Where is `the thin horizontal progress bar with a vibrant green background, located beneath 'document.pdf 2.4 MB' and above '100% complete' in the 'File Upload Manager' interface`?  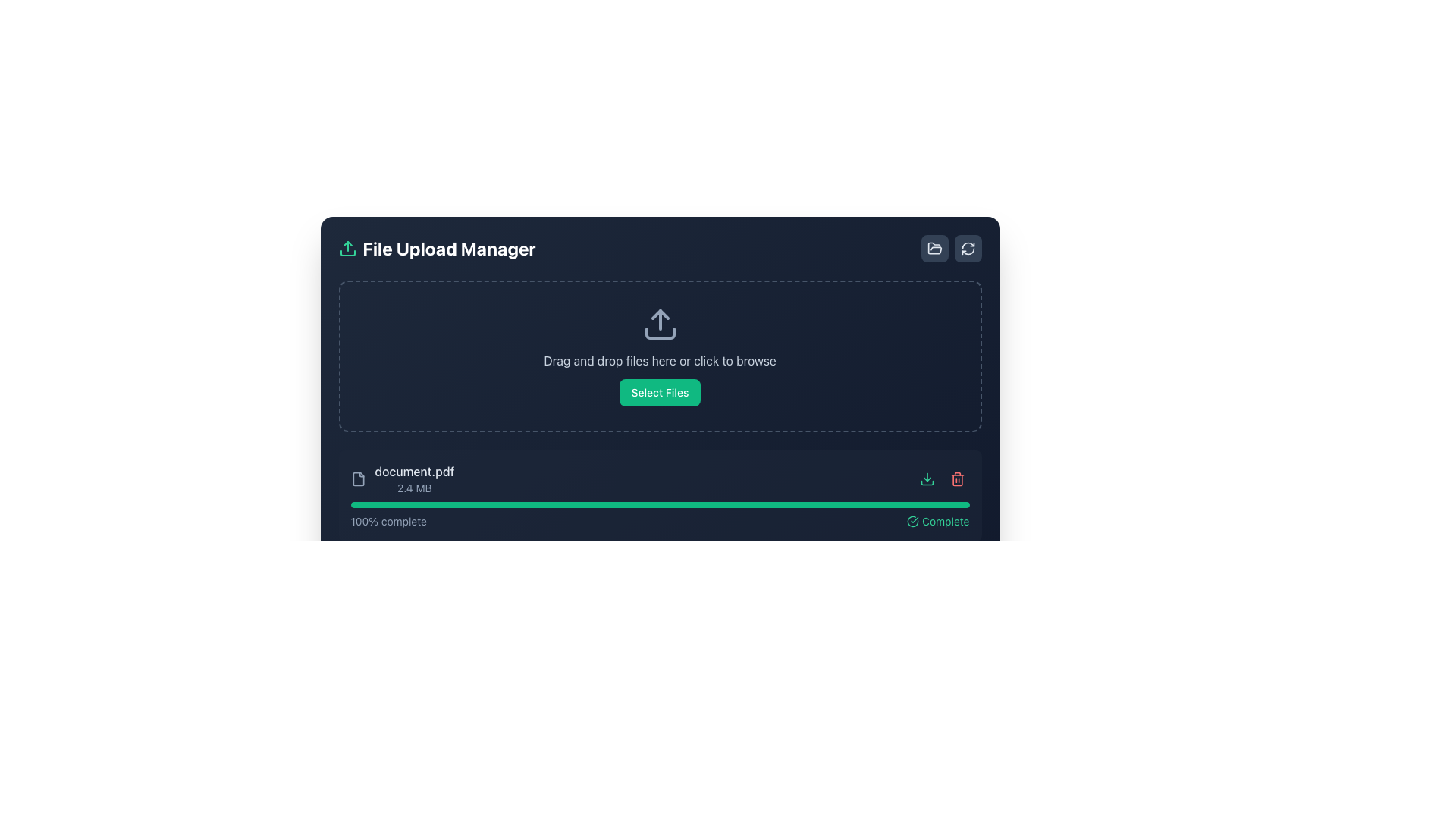 the thin horizontal progress bar with a vibrant green background, located beneath 'document.pdf 2.4 MB' and above '100% complete' in the 'File Upload Manager' interface is located at coordinates (660, 505).